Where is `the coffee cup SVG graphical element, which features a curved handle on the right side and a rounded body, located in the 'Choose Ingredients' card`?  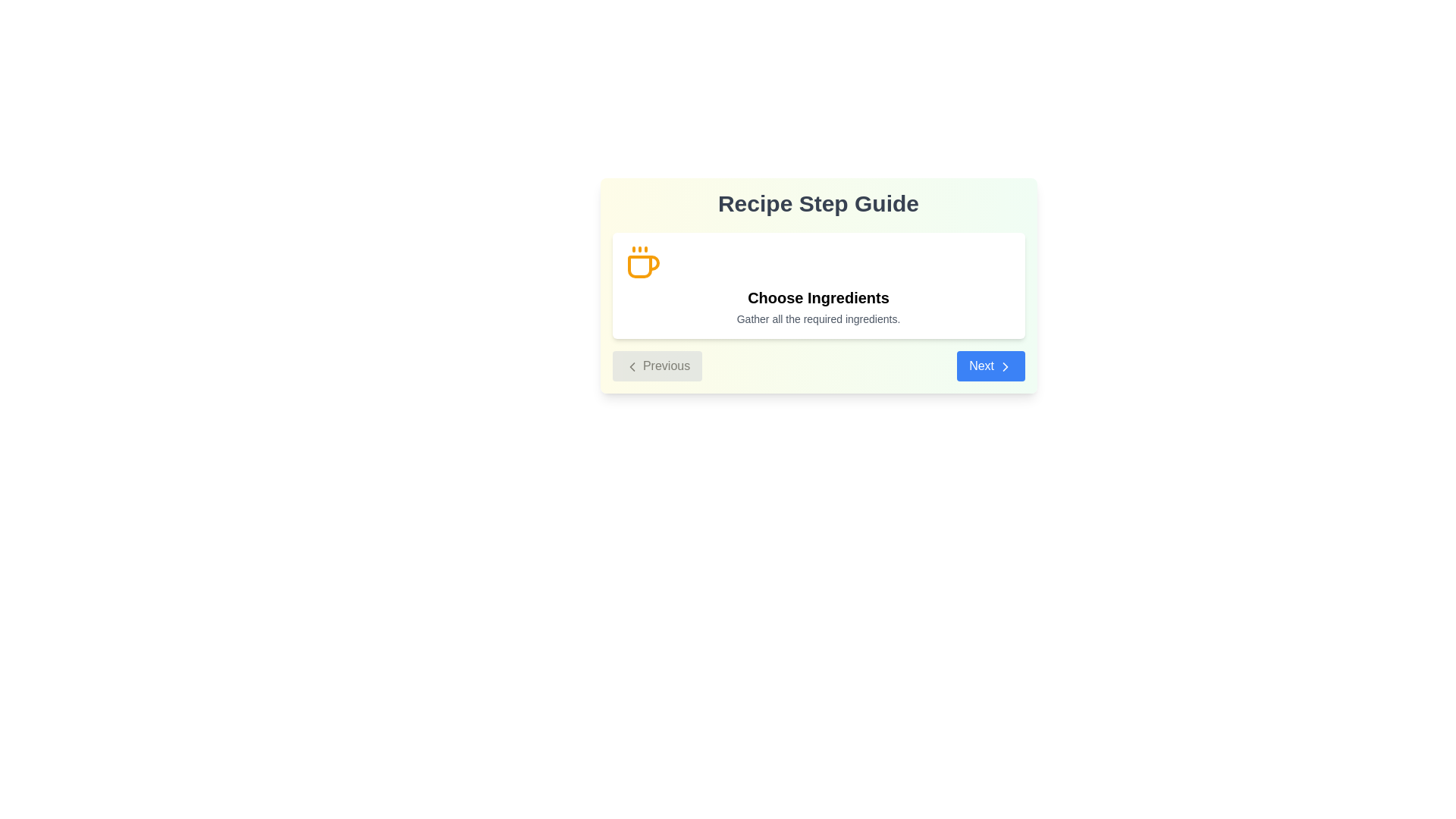 the coffee cup SVG graphical element, which features a curved handle on the right side and a rounded body, located in the 'Choose Ingredients' card is located at coordinates (643, 265).